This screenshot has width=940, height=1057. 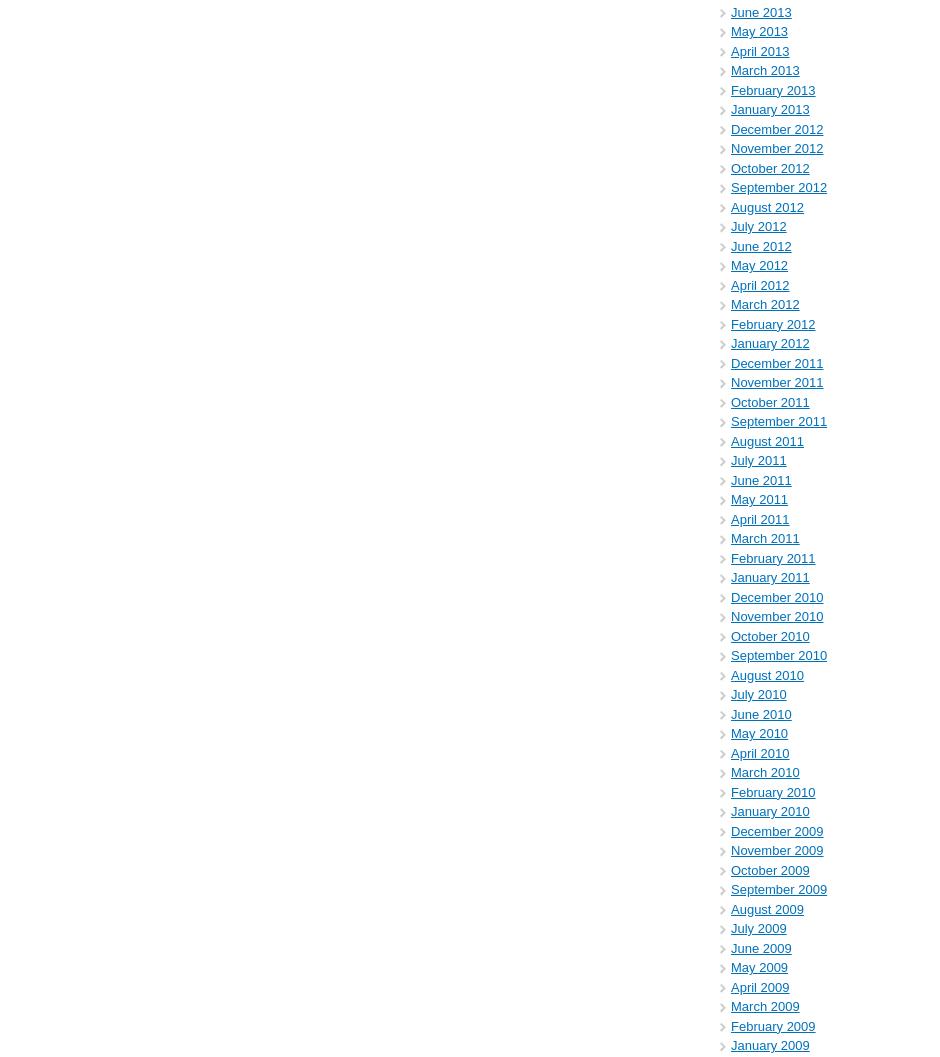 I want to click on 'October 2011', so click(x=768, y=400).